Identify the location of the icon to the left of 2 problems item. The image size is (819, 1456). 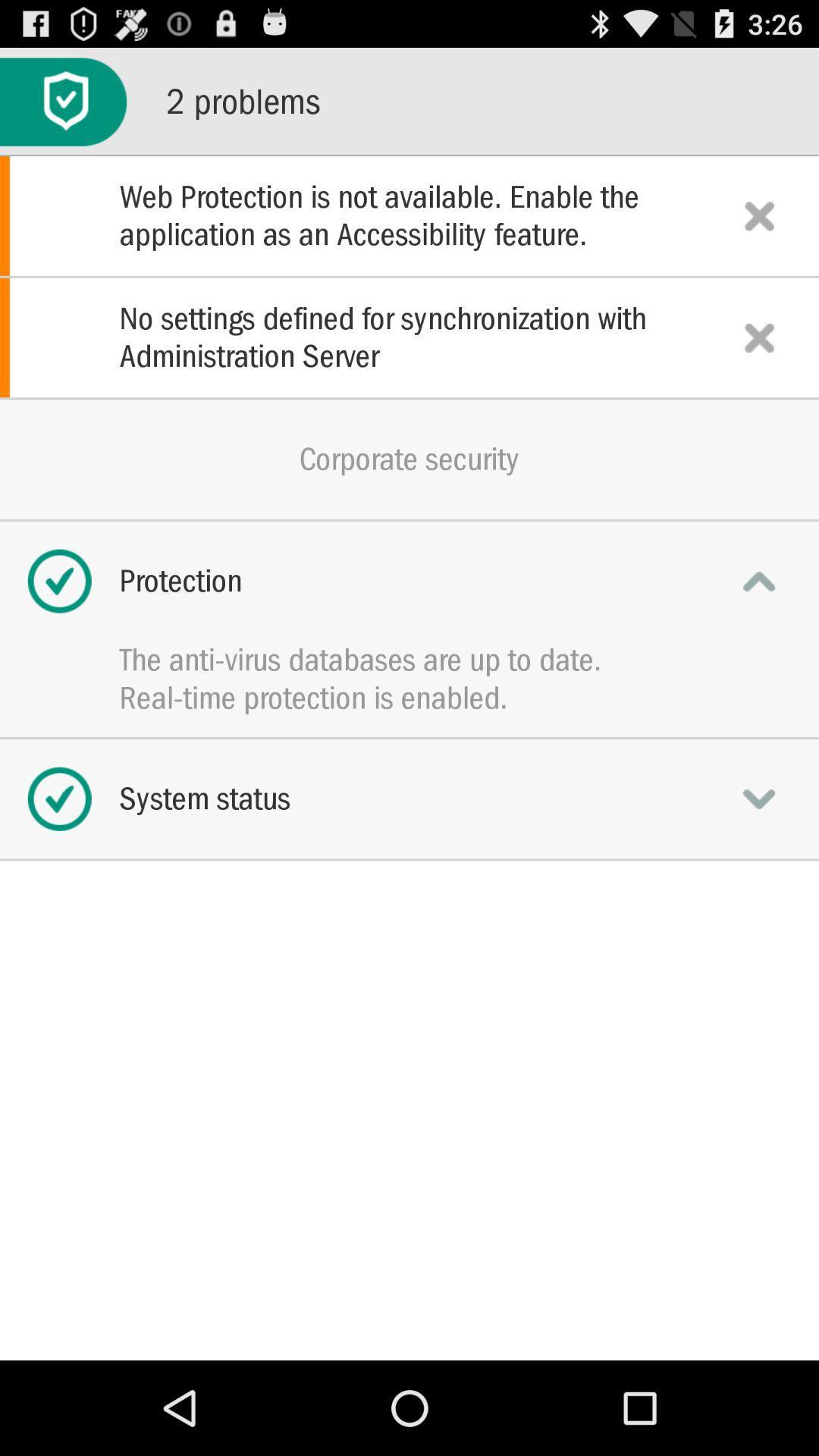
(62, 101).